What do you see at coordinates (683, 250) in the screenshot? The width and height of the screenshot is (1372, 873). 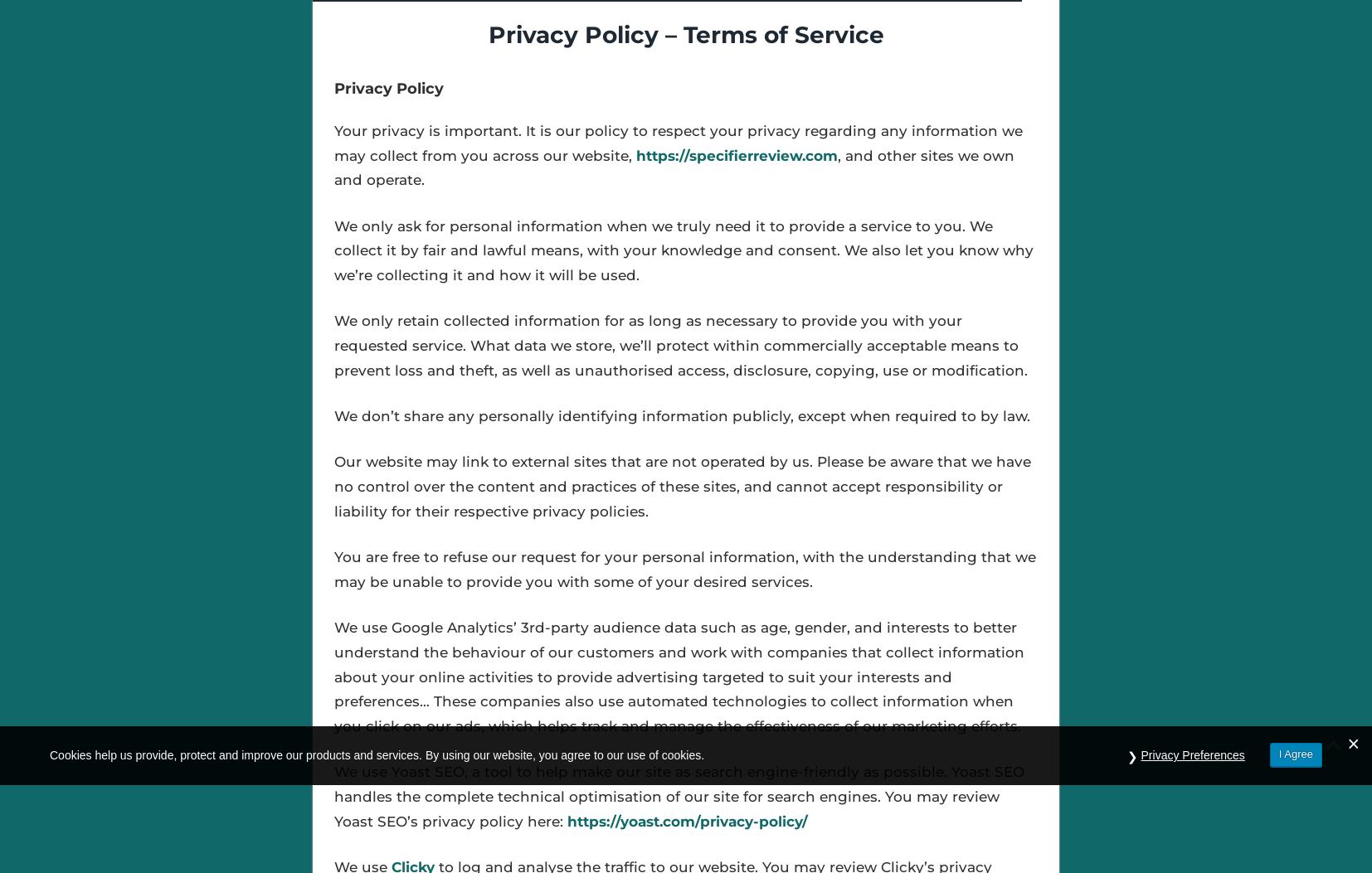 I see `'We only ask for personal information when we truly need it to provide a service to you. We collect it by fair and lawful means, with your knowledge and consent. We also let you know why we’re collecting it and how it will be used.'` at bounding box center [683, 250].